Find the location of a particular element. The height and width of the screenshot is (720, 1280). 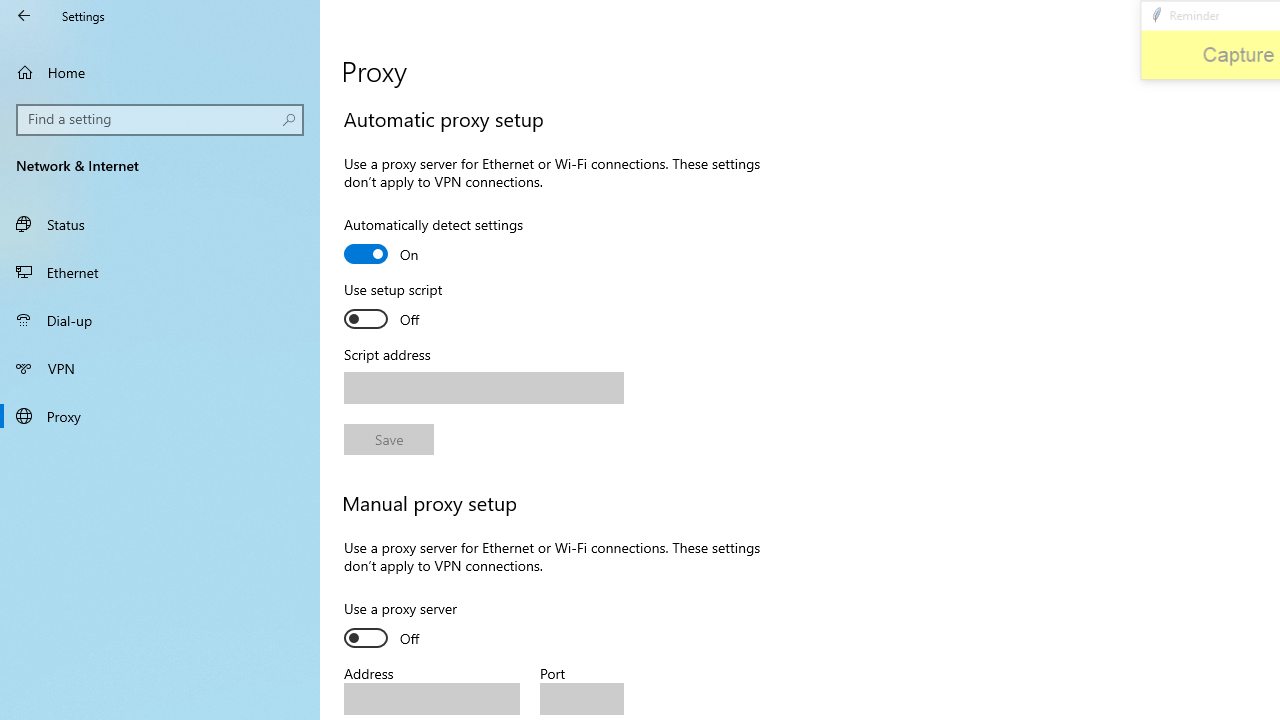

'Proxy' is located at coordinates (160, 414).